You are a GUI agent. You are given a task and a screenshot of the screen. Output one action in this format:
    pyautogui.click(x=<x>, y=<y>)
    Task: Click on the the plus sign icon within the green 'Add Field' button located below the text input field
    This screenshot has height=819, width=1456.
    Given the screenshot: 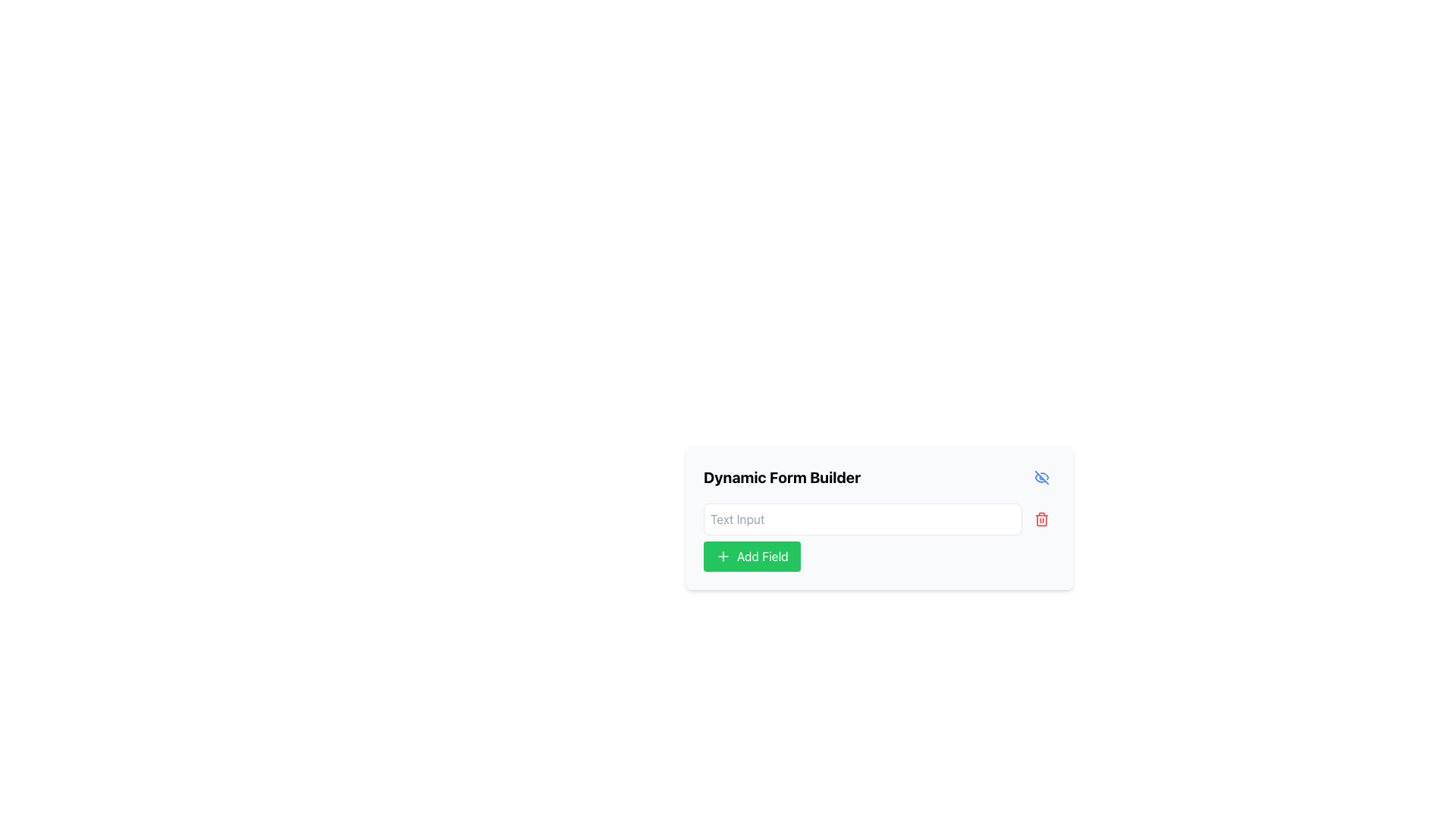 What is the action you would take?
    pyautogui.click(x=723, y=556)
    